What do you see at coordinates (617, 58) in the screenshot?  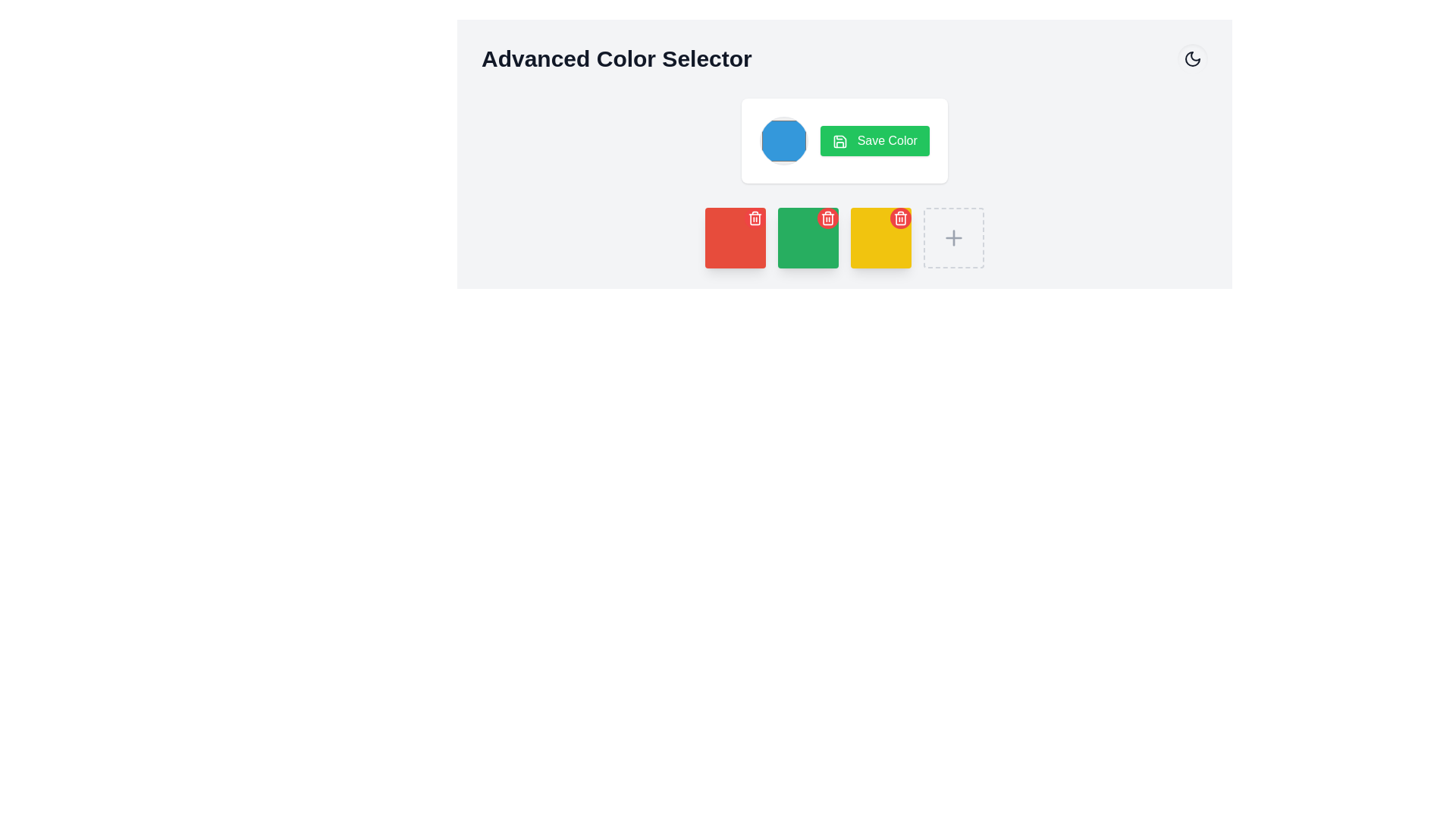 I see `bold text label displaying 'Advanced Color Selector' located at the top-left area of the application layout` at bounding box center [617, 58].